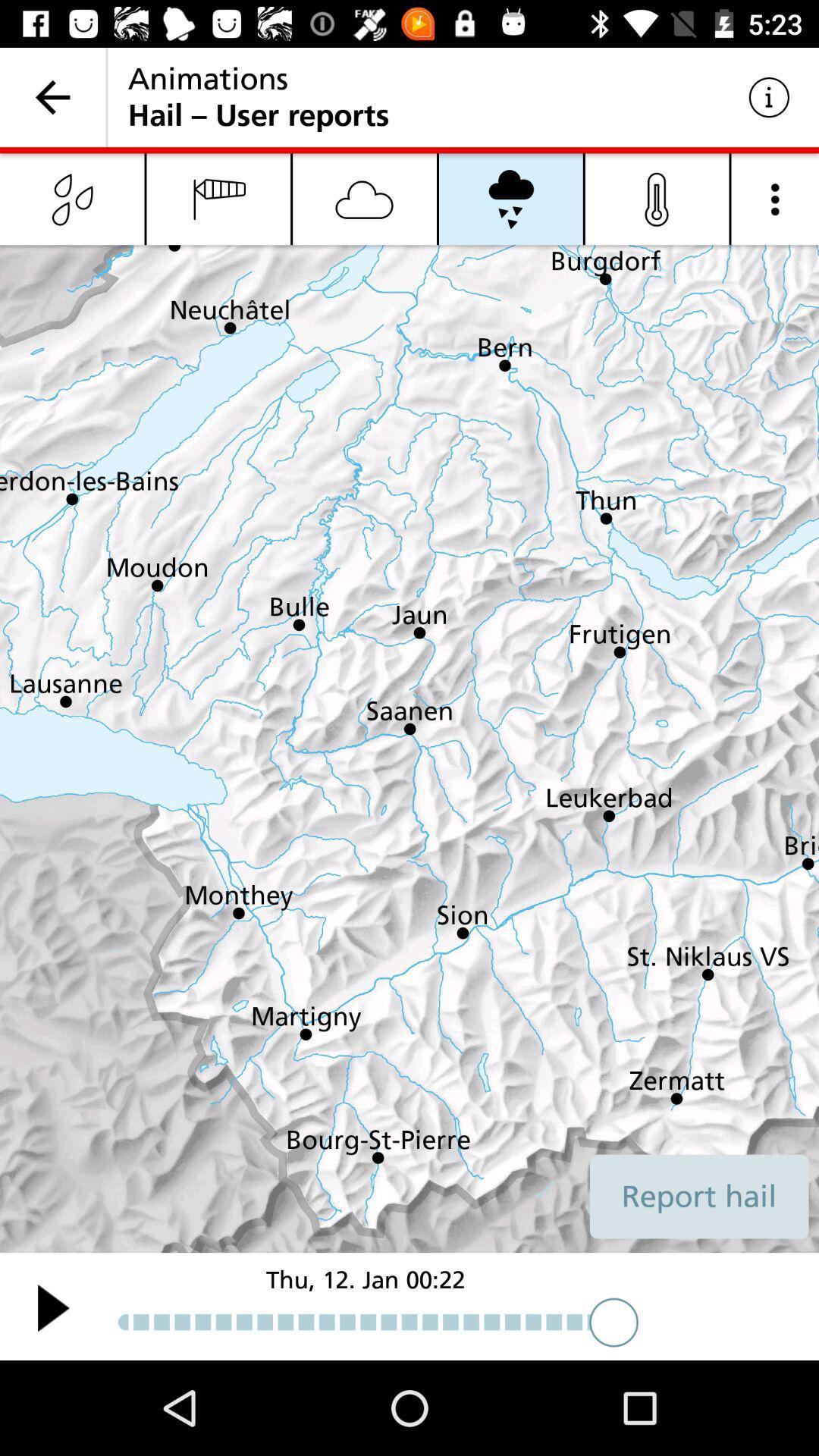 Image resolution: width=819 pixels, height=1456 pixels. Describe the element at coordinates (52, 1307) in the screenshot. I see `the play icon` at that location.